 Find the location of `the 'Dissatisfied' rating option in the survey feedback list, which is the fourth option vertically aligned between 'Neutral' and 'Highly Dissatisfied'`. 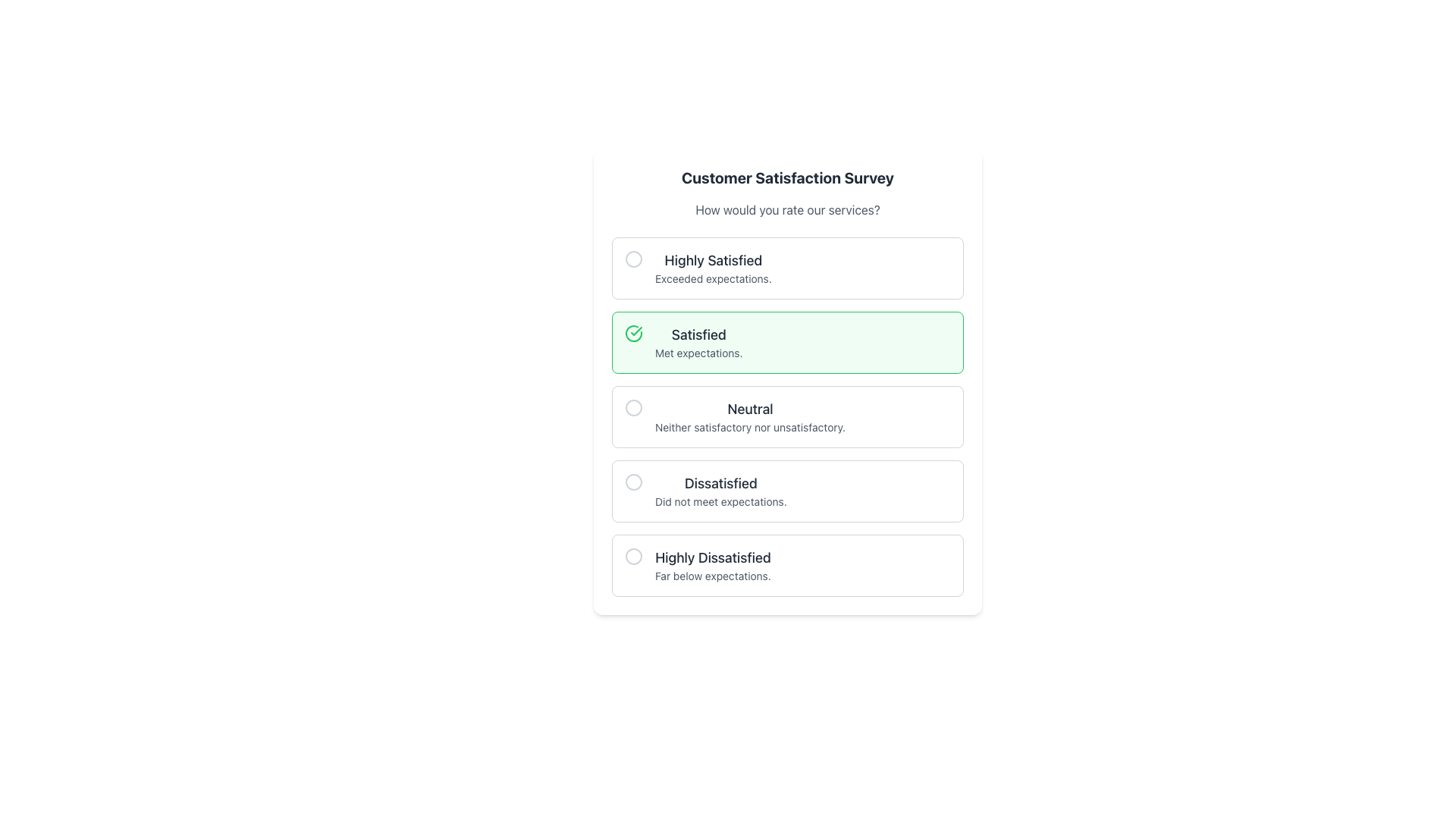

the 'Dissatisfied' rating option in the survey feedback list, which is the fourth option vertically aligned between 'Neutral' and 'Highly Dissatisfied' is located at coordinates (720, 491).